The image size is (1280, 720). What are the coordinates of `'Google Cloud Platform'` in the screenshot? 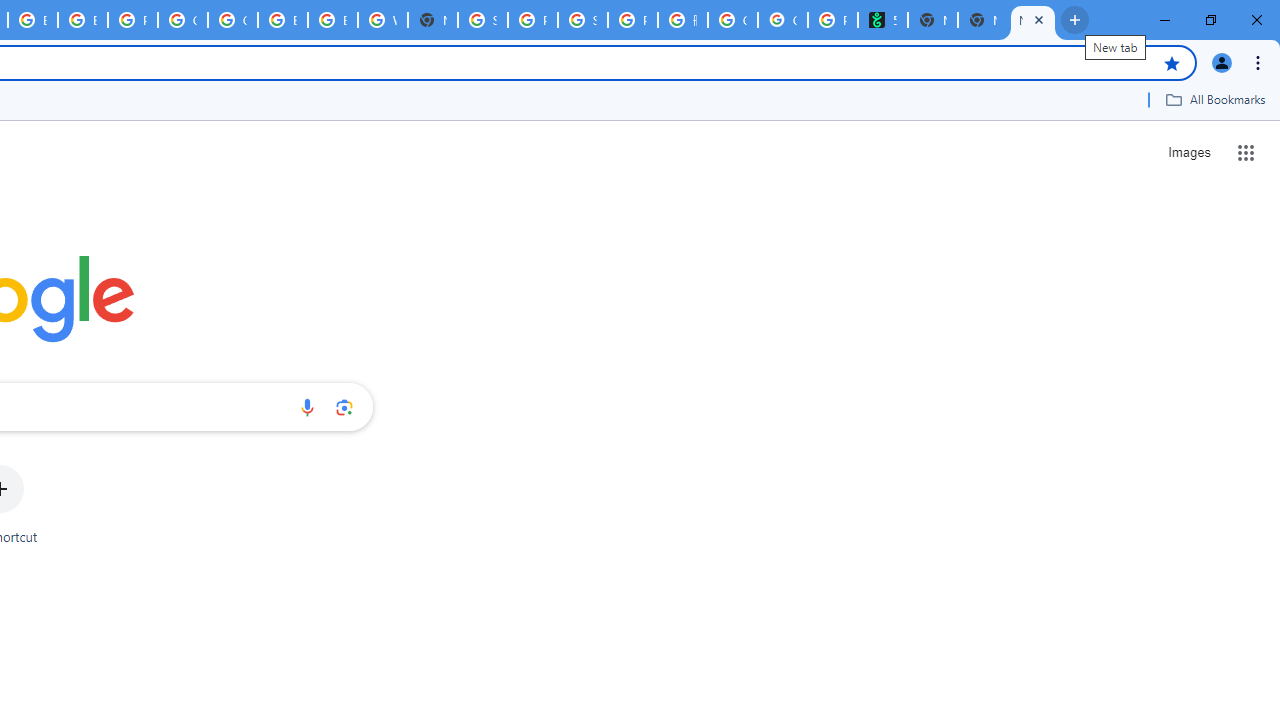 It's located at (232, 20).